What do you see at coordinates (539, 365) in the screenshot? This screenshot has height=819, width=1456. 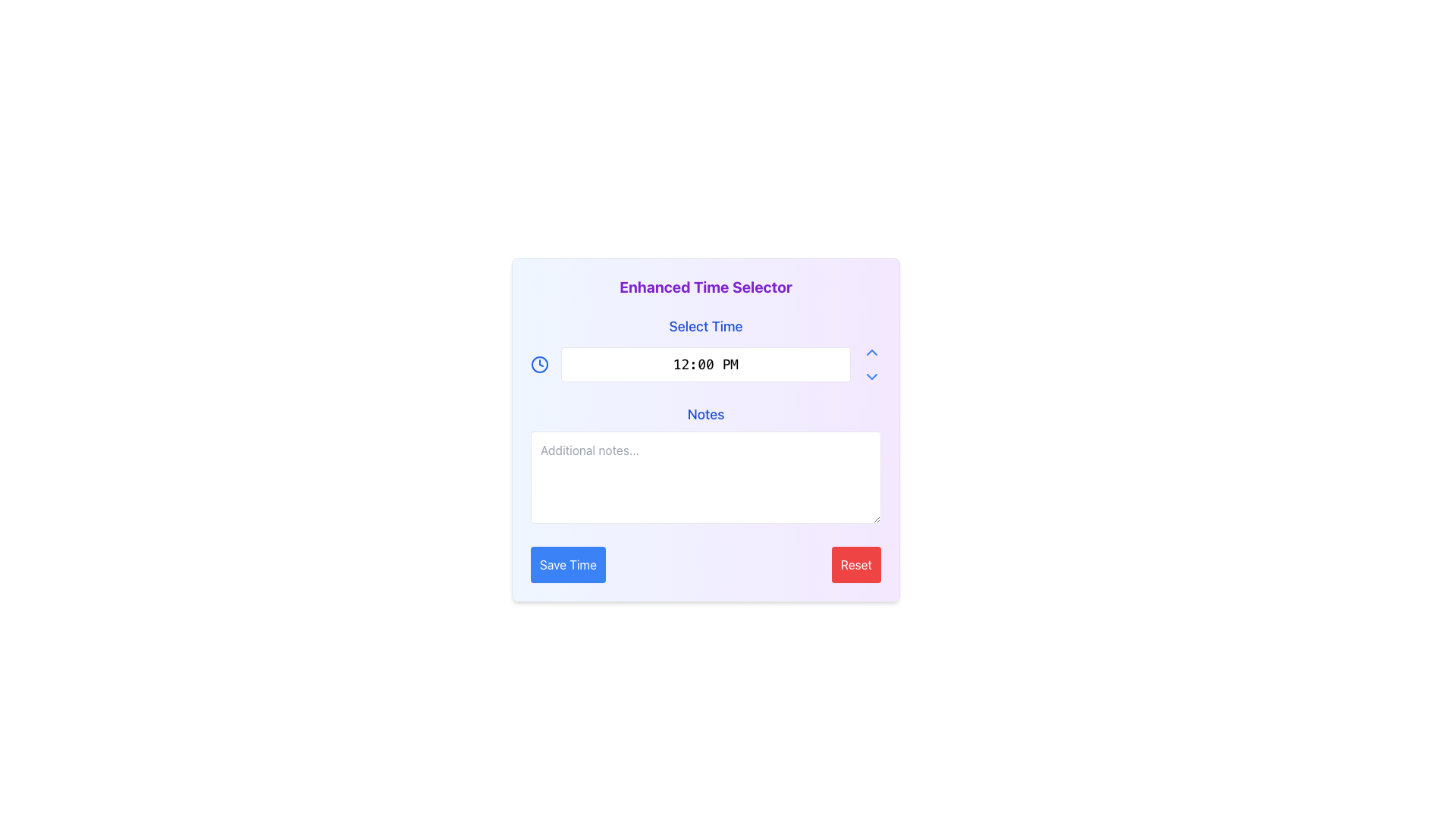 I see `the small clock icon with a blue outline and white background located in the top-left corner of the horizontal group aligned with the time input field` at bounding box center [539, 365].